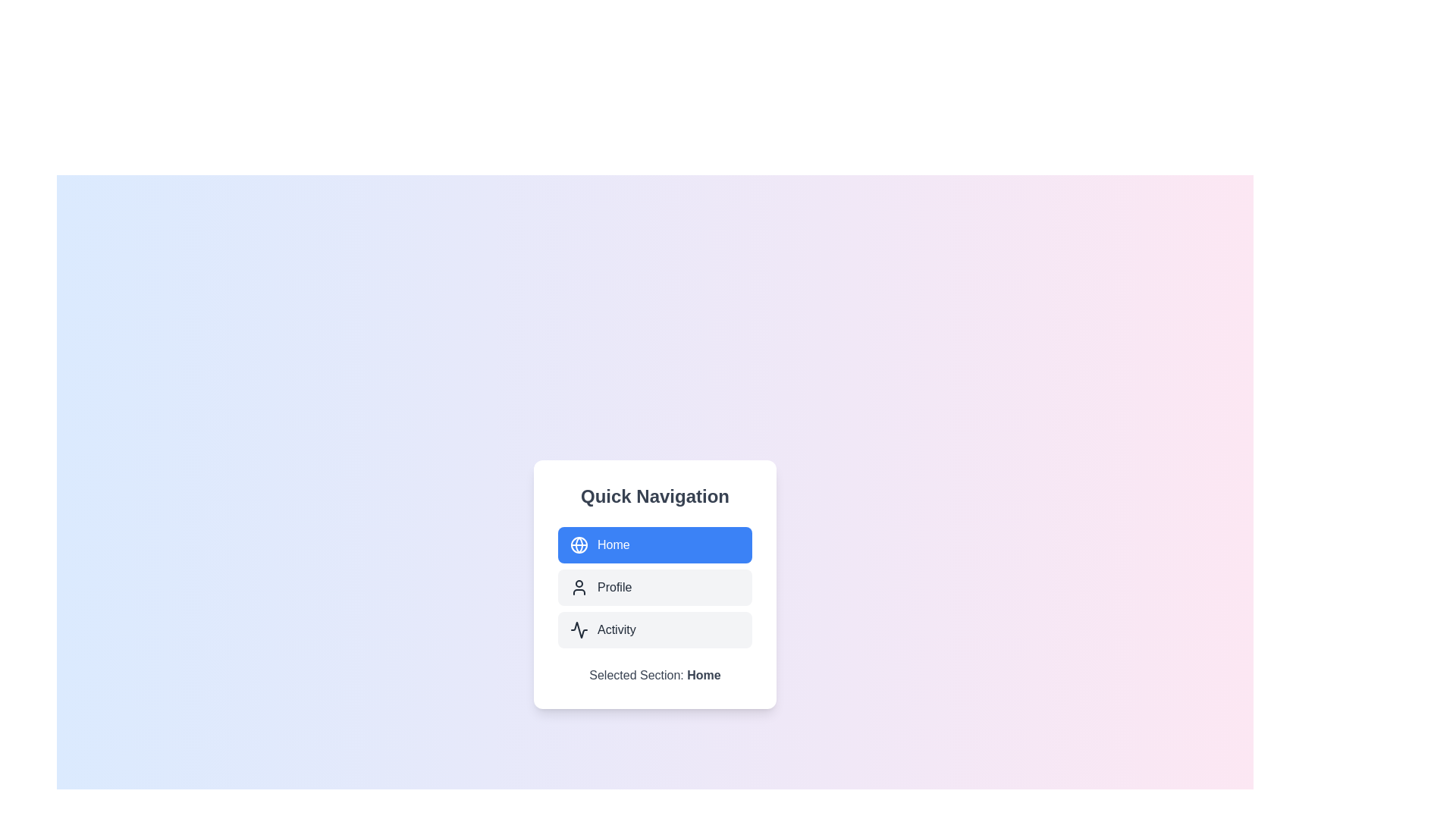 This screenshot has width=1456, height=819. I want to click on the 'Home' text label within the 'Quick Navigation' menu for context menu options, so click(613, 544).